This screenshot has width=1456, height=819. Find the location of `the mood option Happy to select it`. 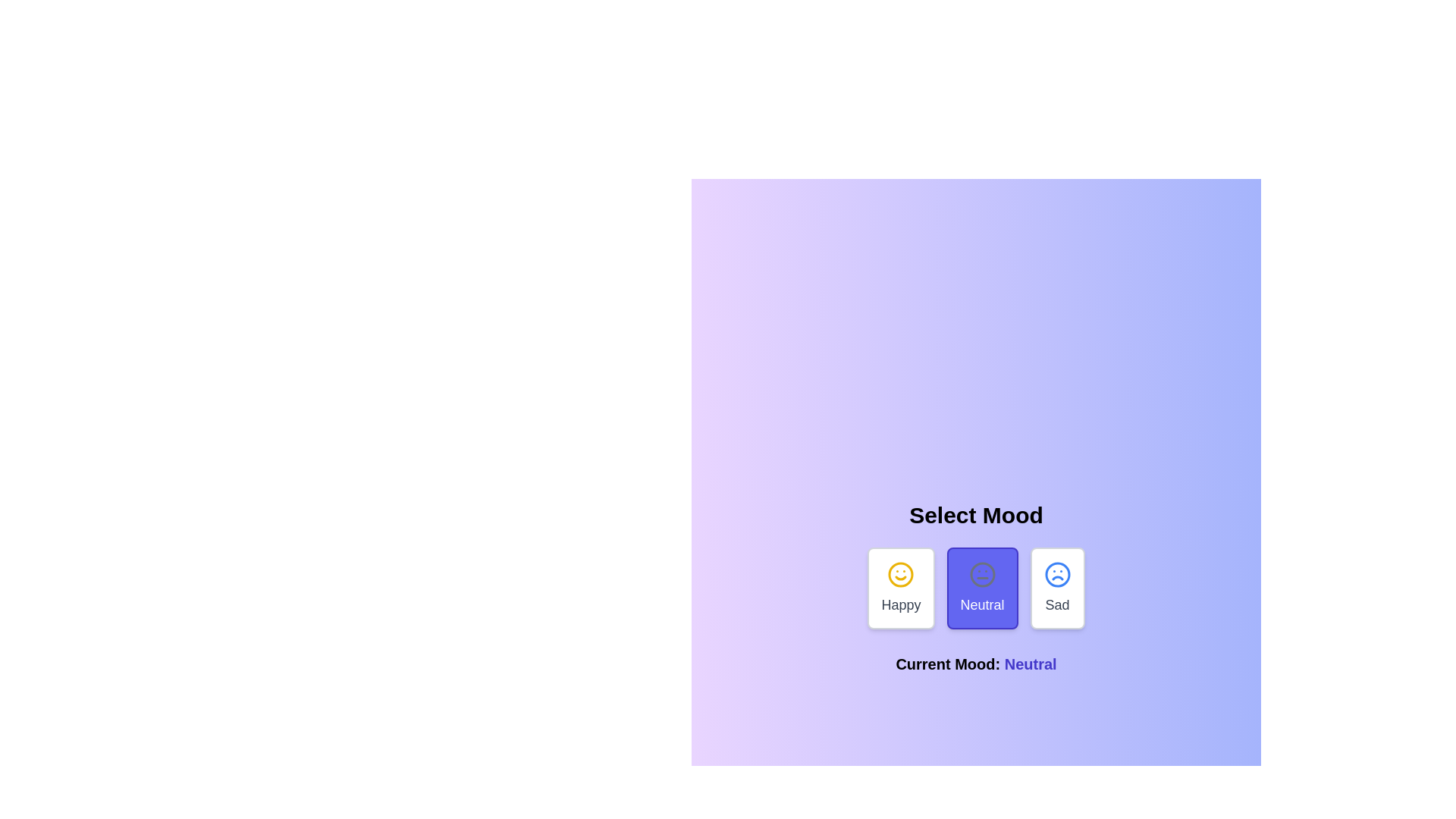

the mood option Happy to select it is located at coordinates (901, 587).